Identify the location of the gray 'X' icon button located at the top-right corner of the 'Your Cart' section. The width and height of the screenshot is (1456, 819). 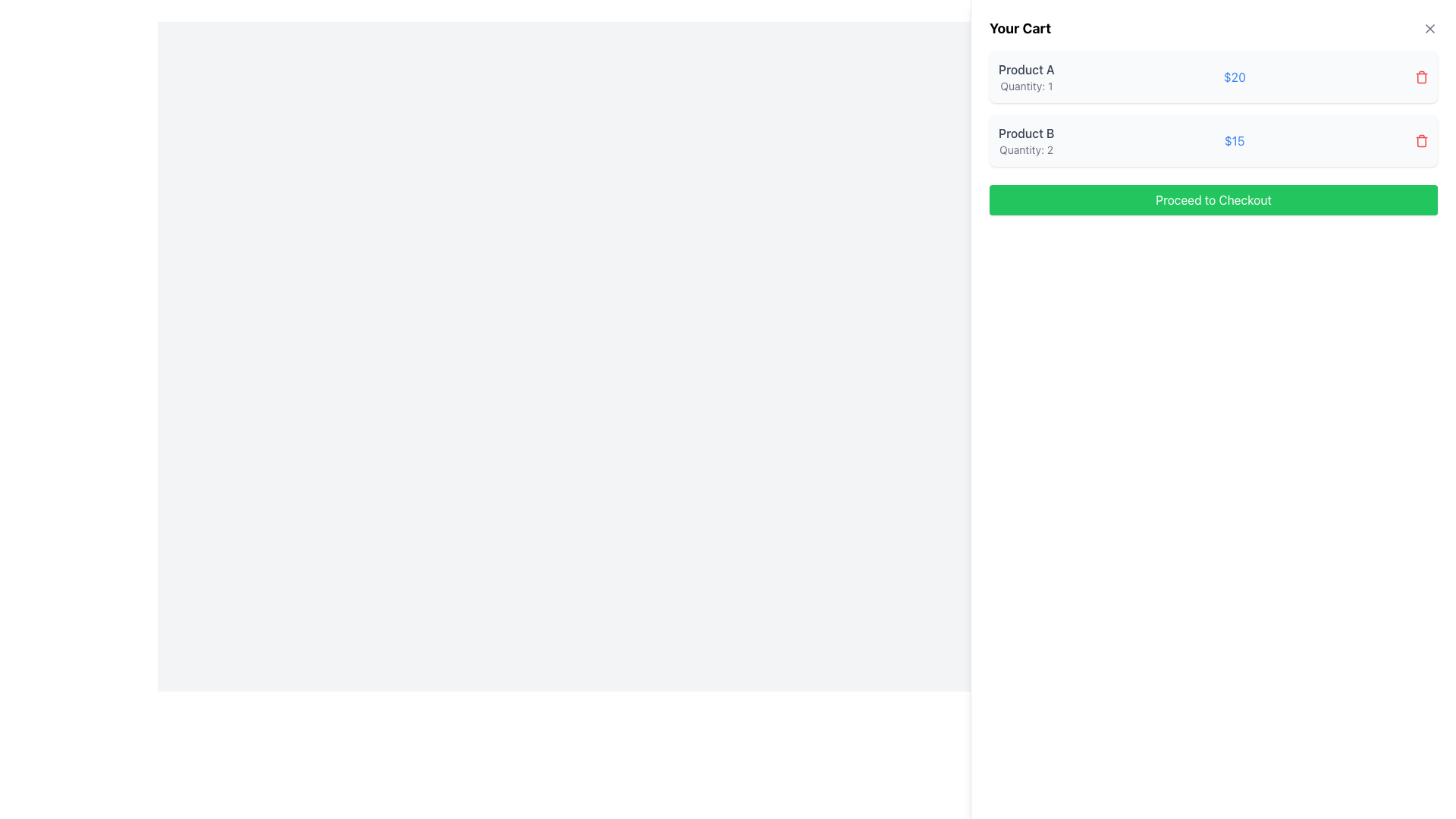
(1429, 29).